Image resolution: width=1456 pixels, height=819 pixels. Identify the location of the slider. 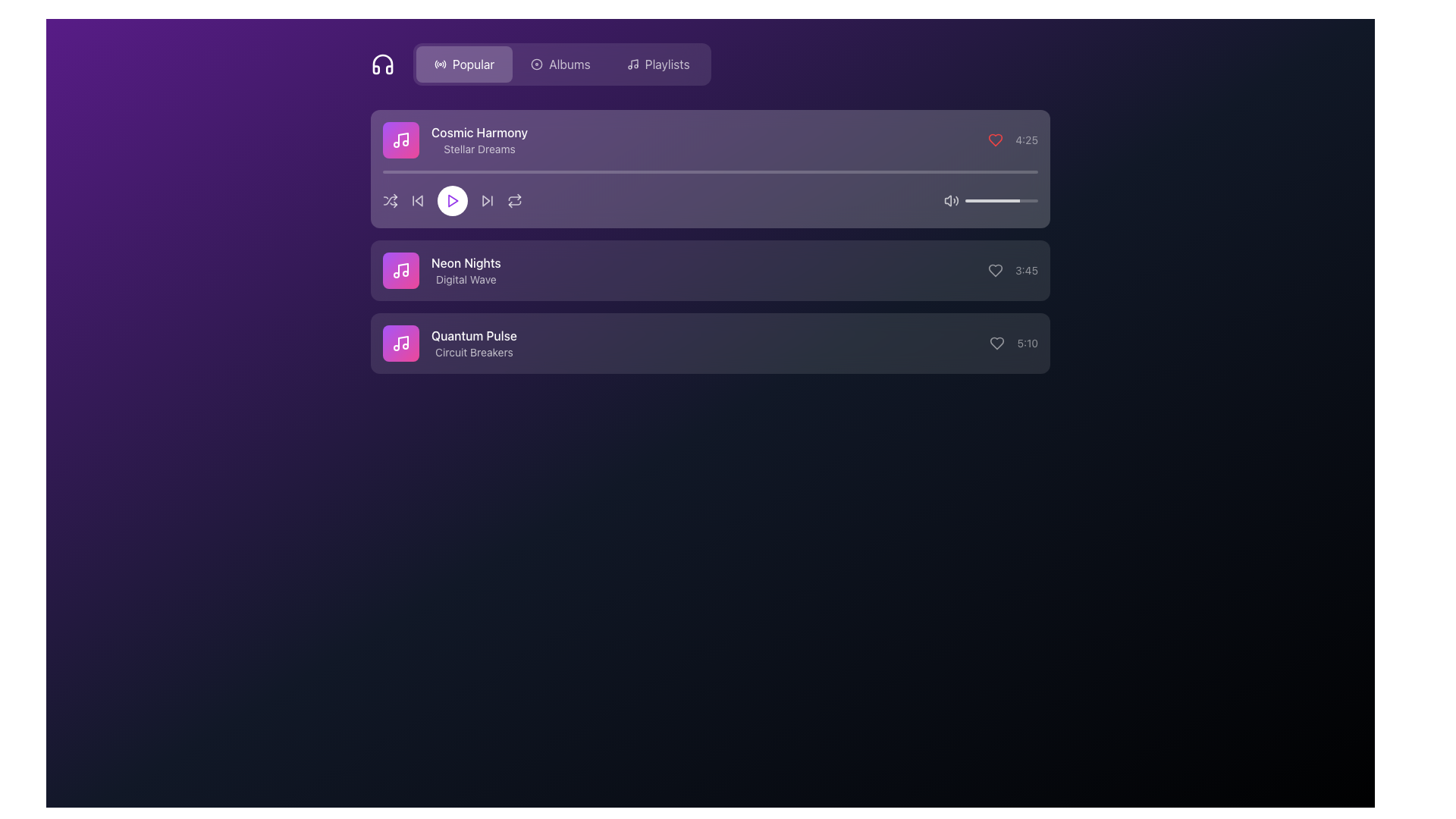
(999, 200).